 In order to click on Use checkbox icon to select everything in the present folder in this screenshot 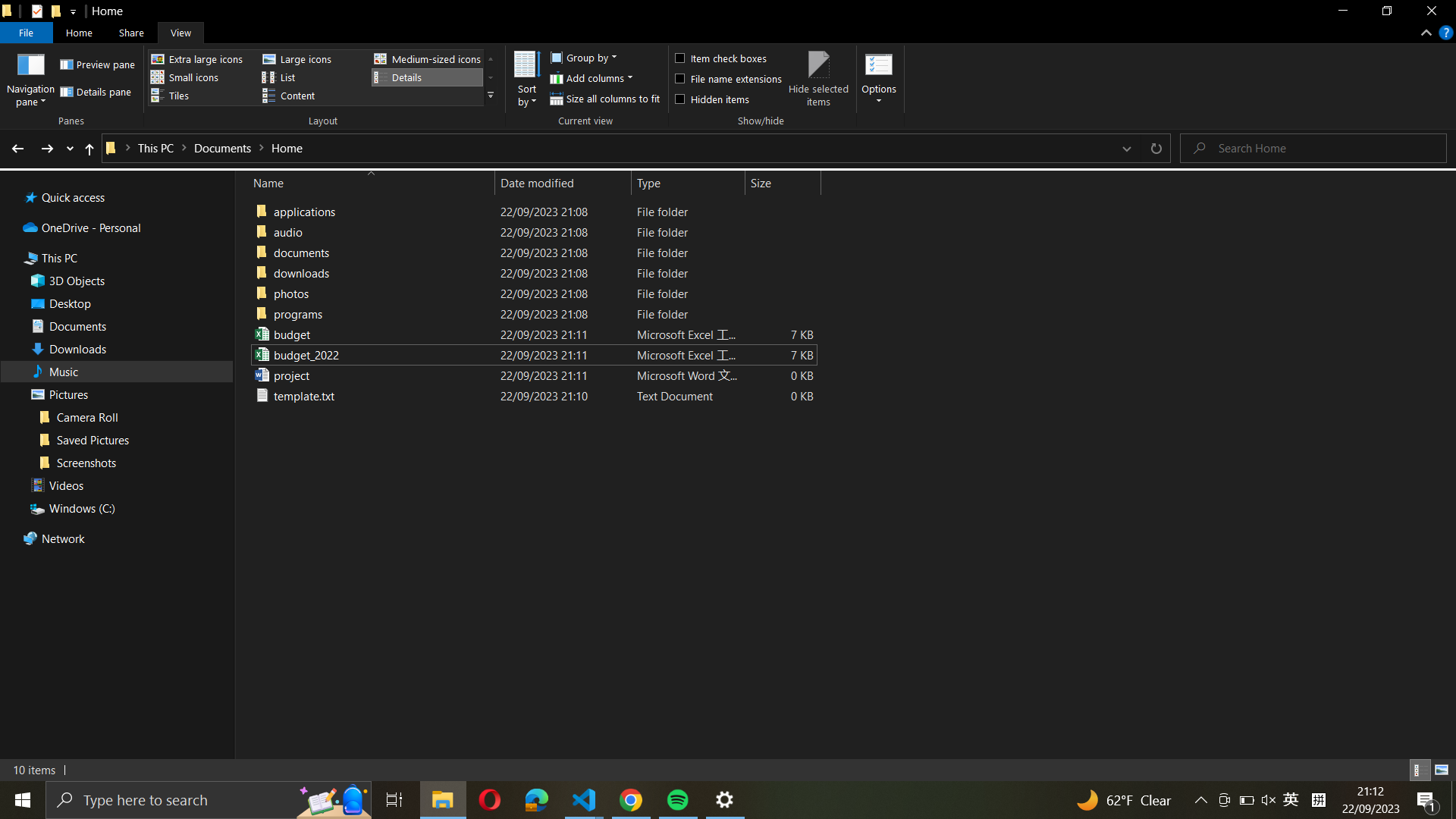, I will do `click(726, 55)`.